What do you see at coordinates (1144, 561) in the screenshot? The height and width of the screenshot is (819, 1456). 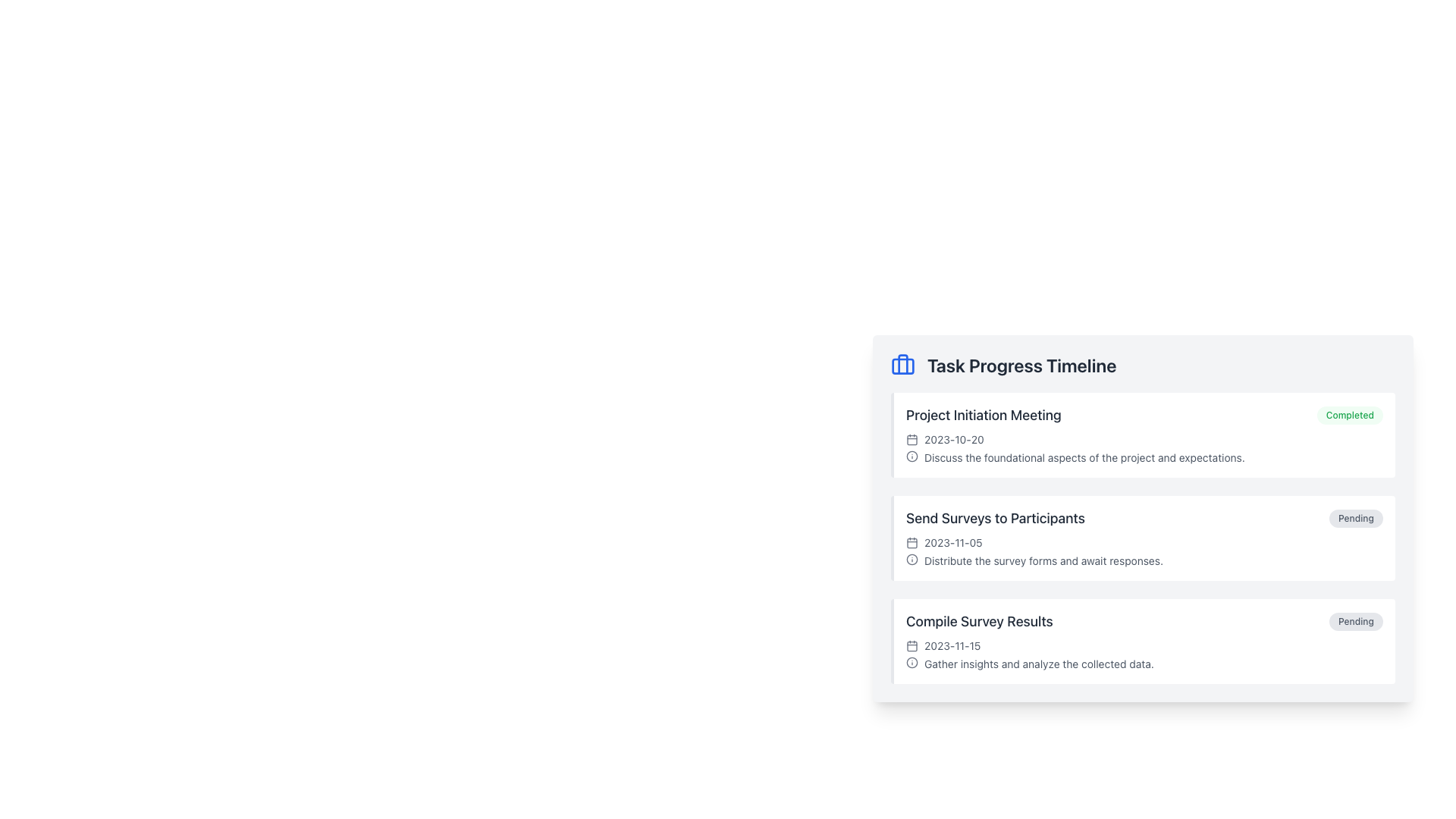 I see `the static text element that states 'Distribute the survey forms and await responses.' located in the 'Send Surveys to Participants' section, next to the gray informational circular icon` at bounding box center [1144, 561].